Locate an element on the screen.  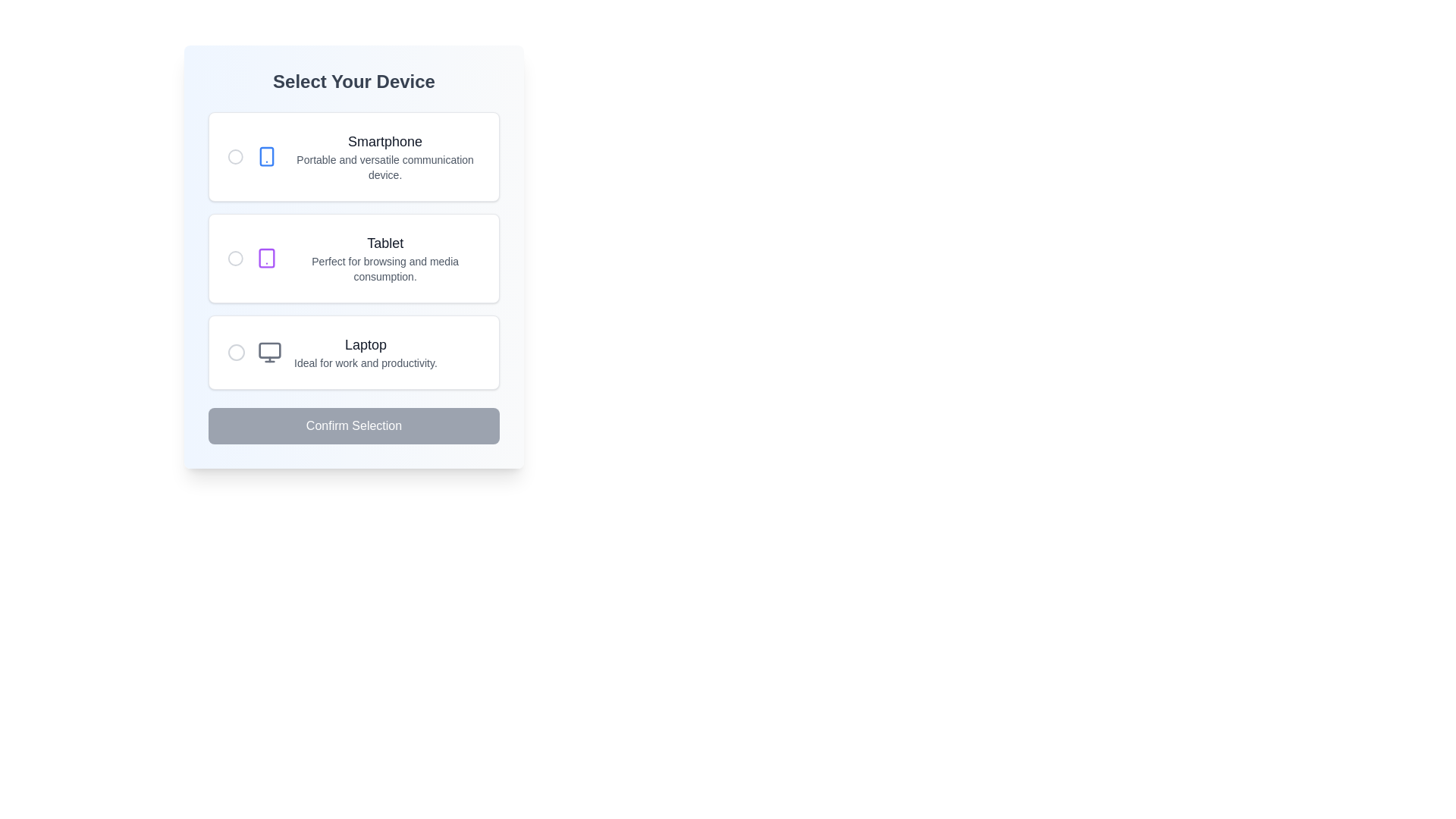
the circular button styled icon with a thin gray border on the left side of the 'Tablet' selection segment is located at coordinates (234, 257).